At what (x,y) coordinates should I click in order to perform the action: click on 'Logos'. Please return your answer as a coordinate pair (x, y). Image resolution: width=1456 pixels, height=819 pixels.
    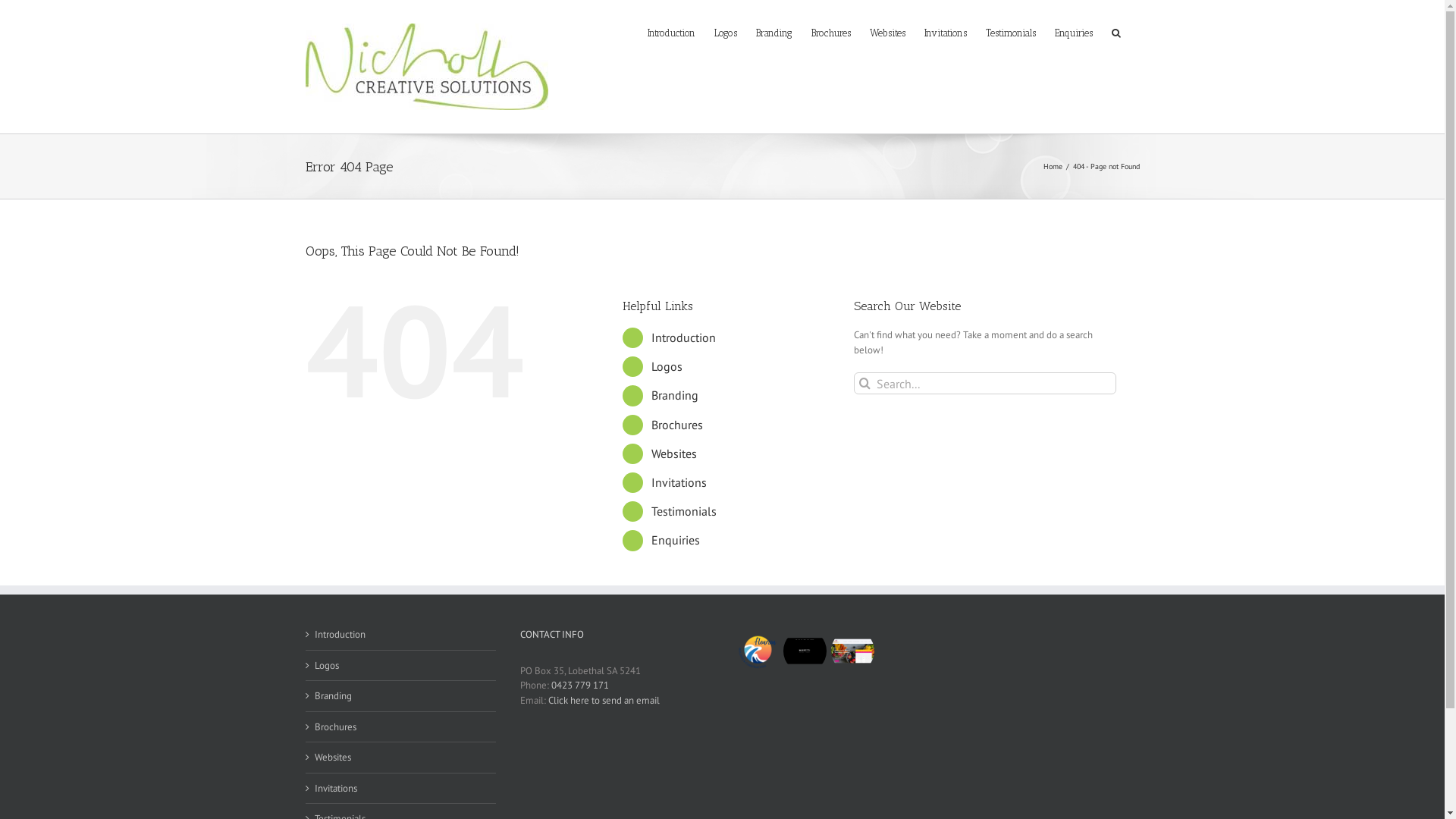
    Looking at the image, I should click on (667, 366).